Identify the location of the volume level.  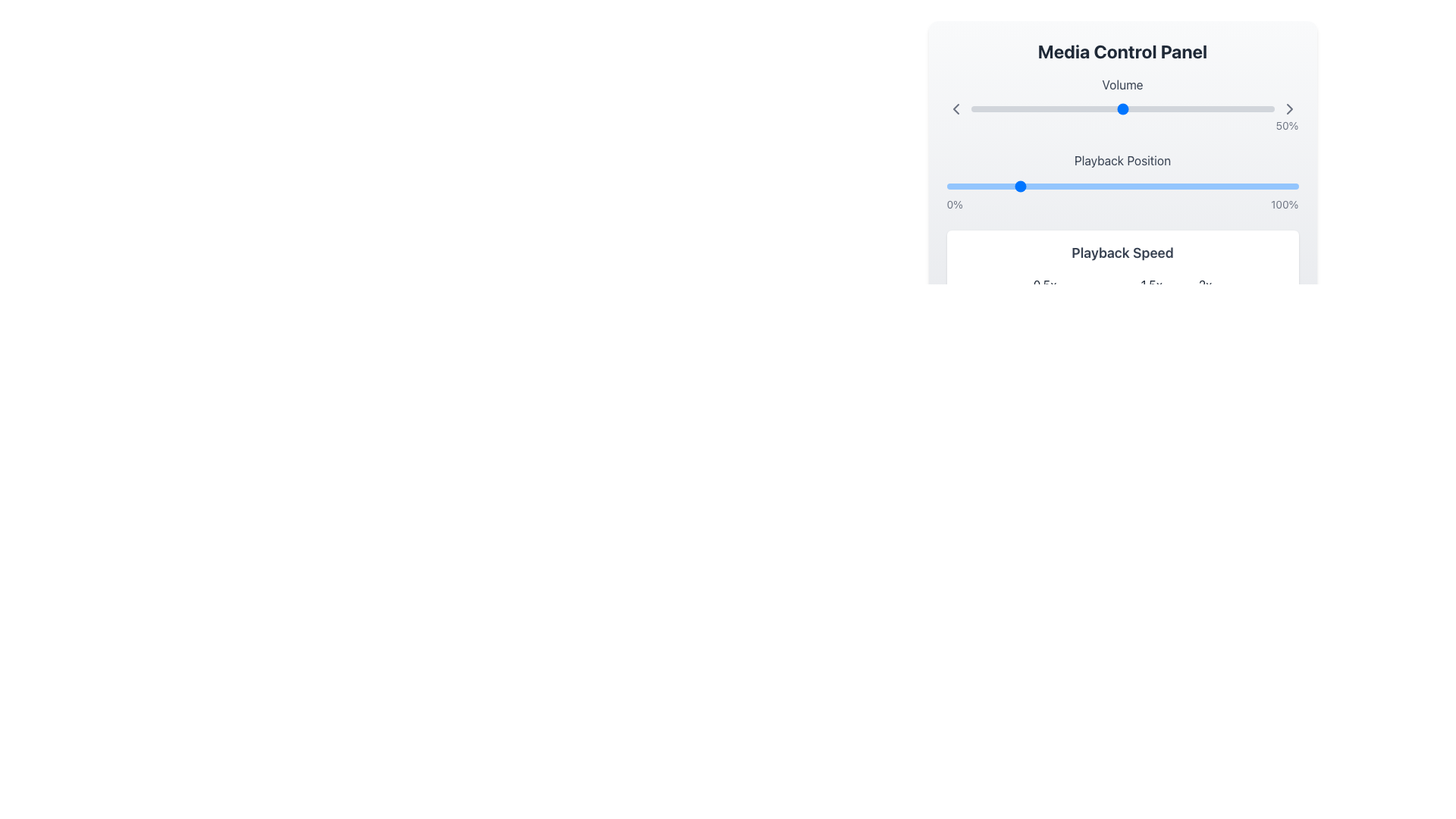
(1104, 108).